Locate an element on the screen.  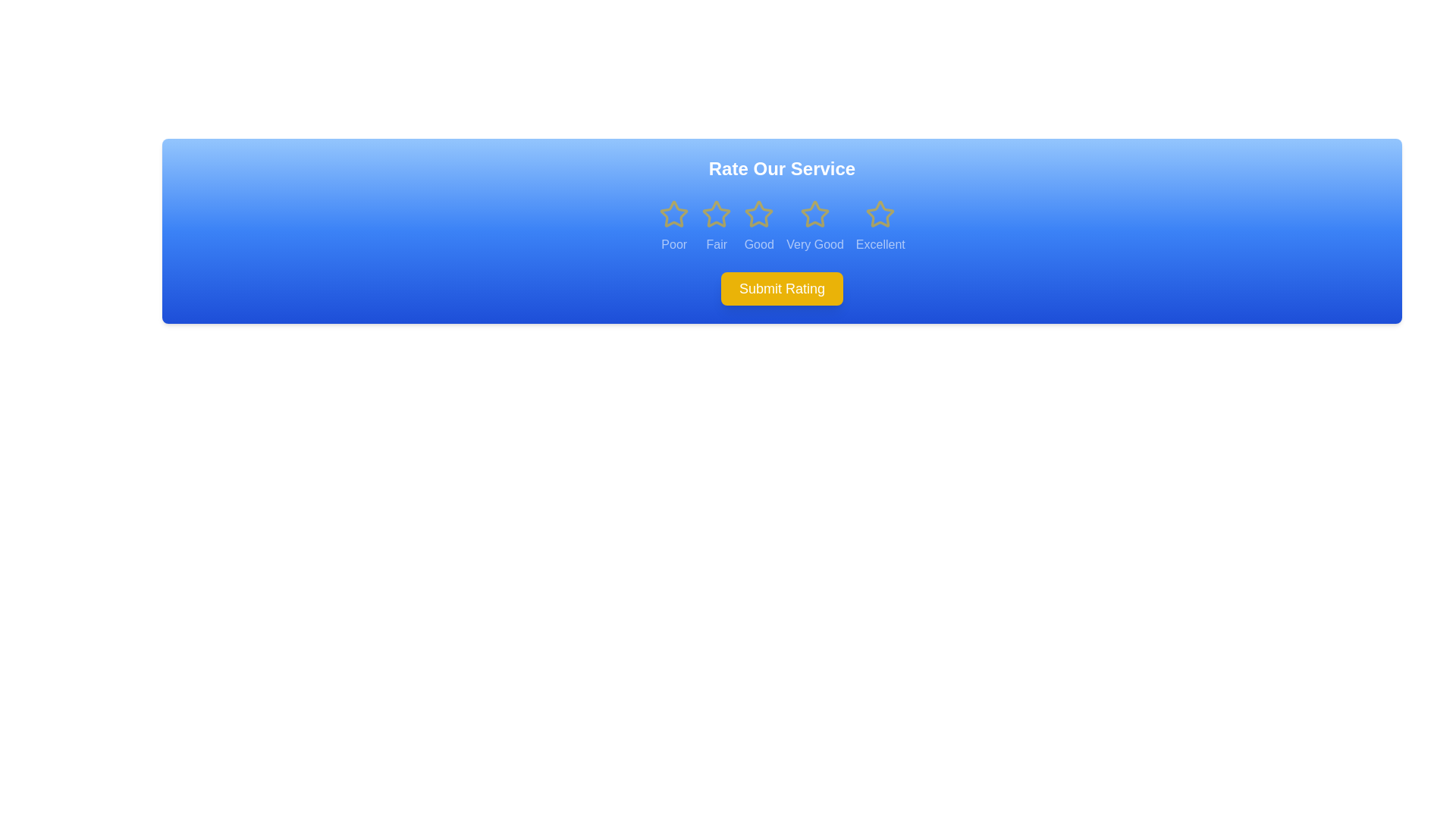
the fourth star-shaped rating icon above the text 'Very Good' is located at coordinates (814, 214).